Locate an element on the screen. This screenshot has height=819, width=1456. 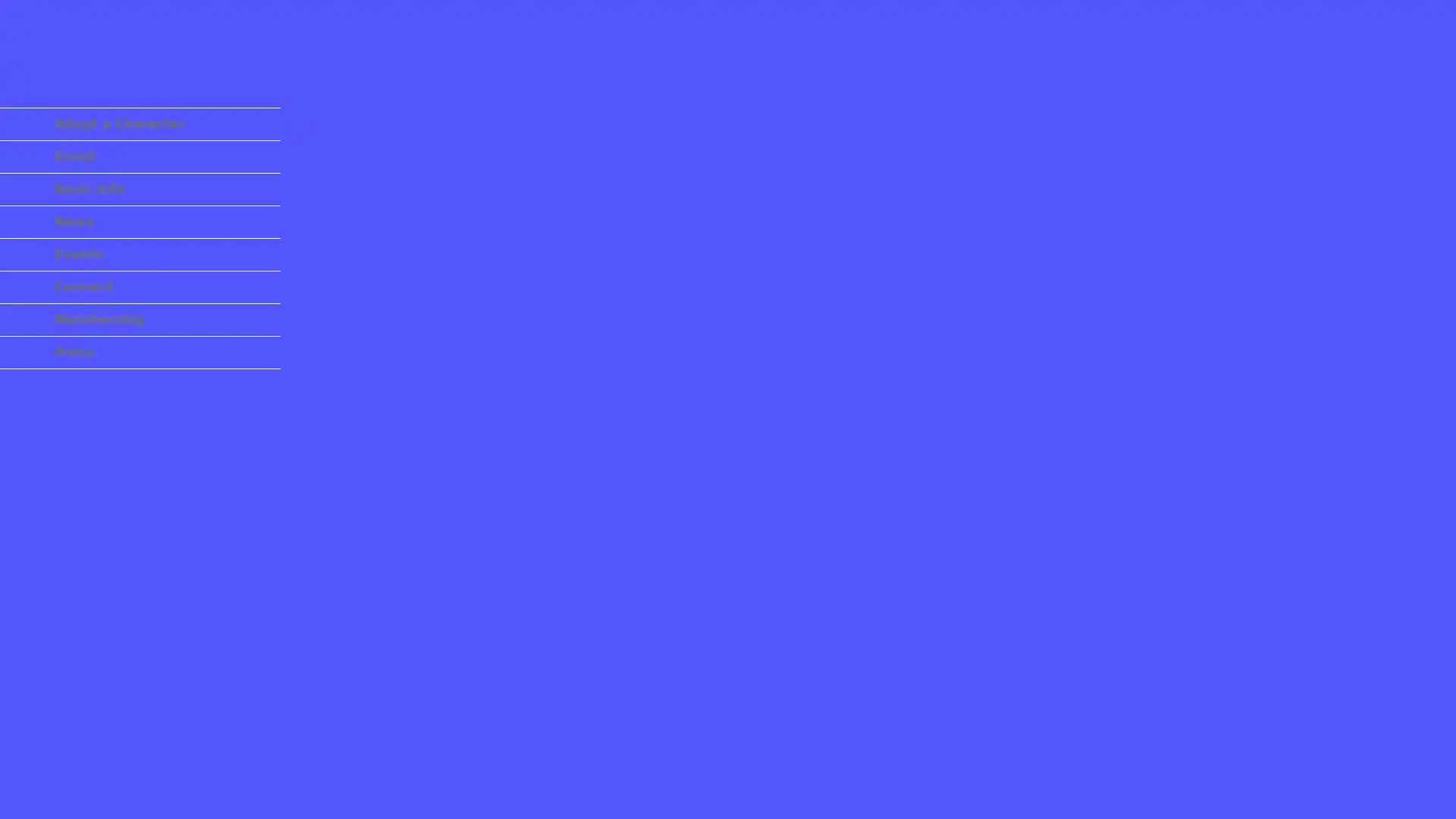
U+03A6 is located at coordinates (689, 171).